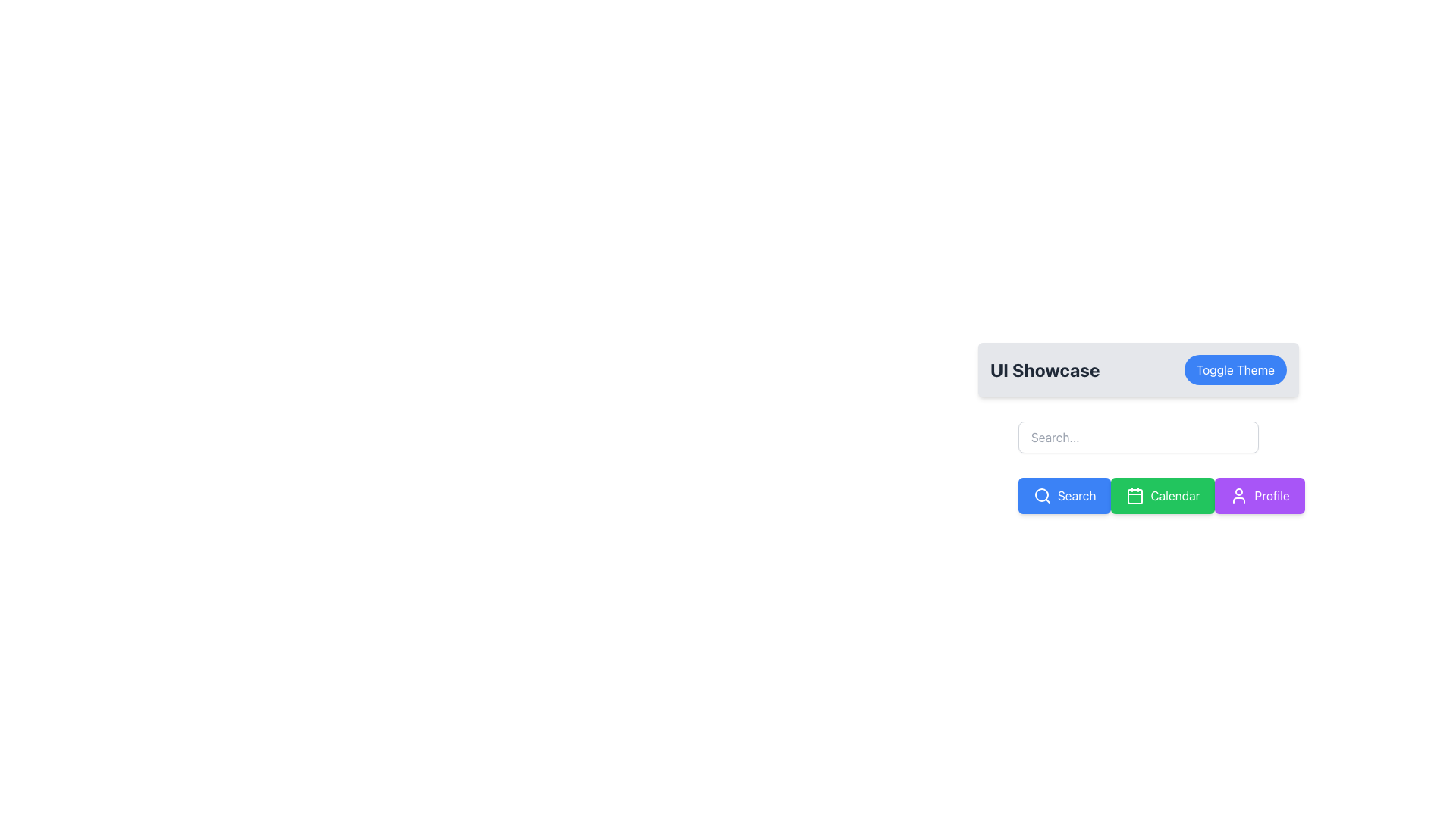 This screenshot has height=819, width=1456. Describe the element at coordinates (1260, 496) in the screenshot. I see `the 'Profile' button, which is a rectangular button with rounded corners, purple background, and white text, located below the search bar in the UI Showcase section` at that location.